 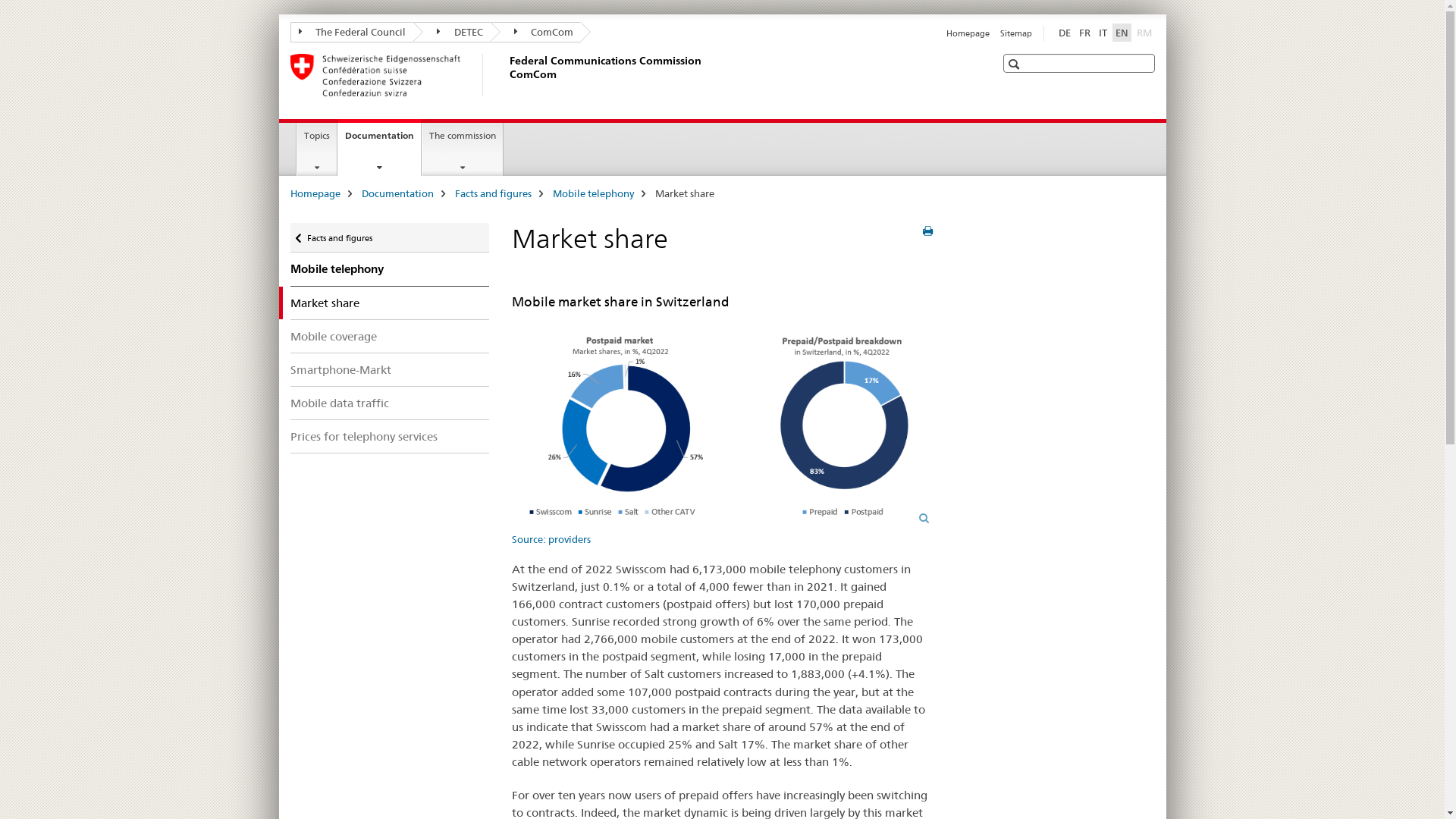 What do you see at coordinates (290, 335) in the screenshot?
I see `'Mobile coverage'` at bounding box center [290, 335].